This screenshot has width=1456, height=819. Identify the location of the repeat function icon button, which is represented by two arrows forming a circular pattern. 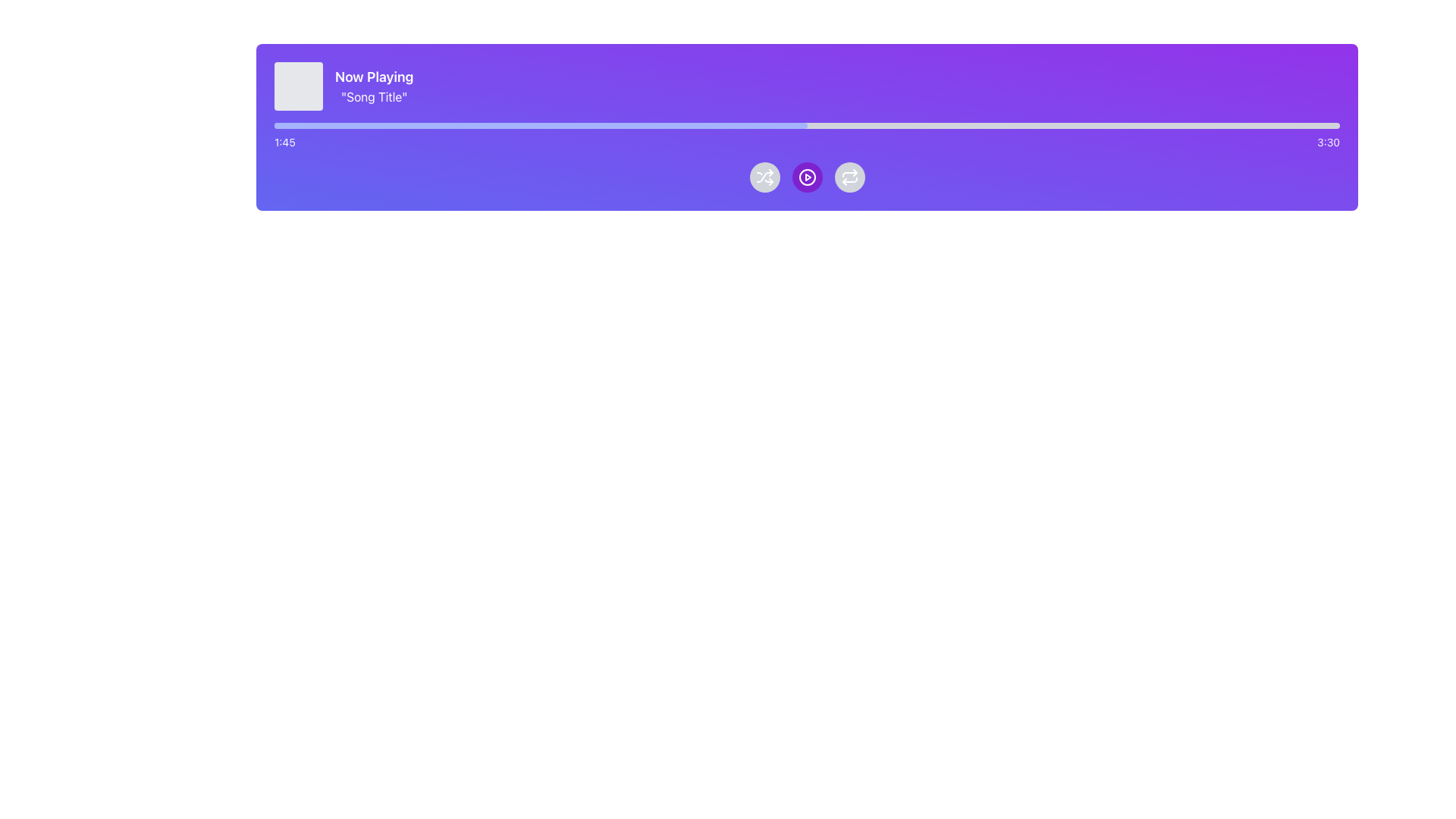
(849, 177).